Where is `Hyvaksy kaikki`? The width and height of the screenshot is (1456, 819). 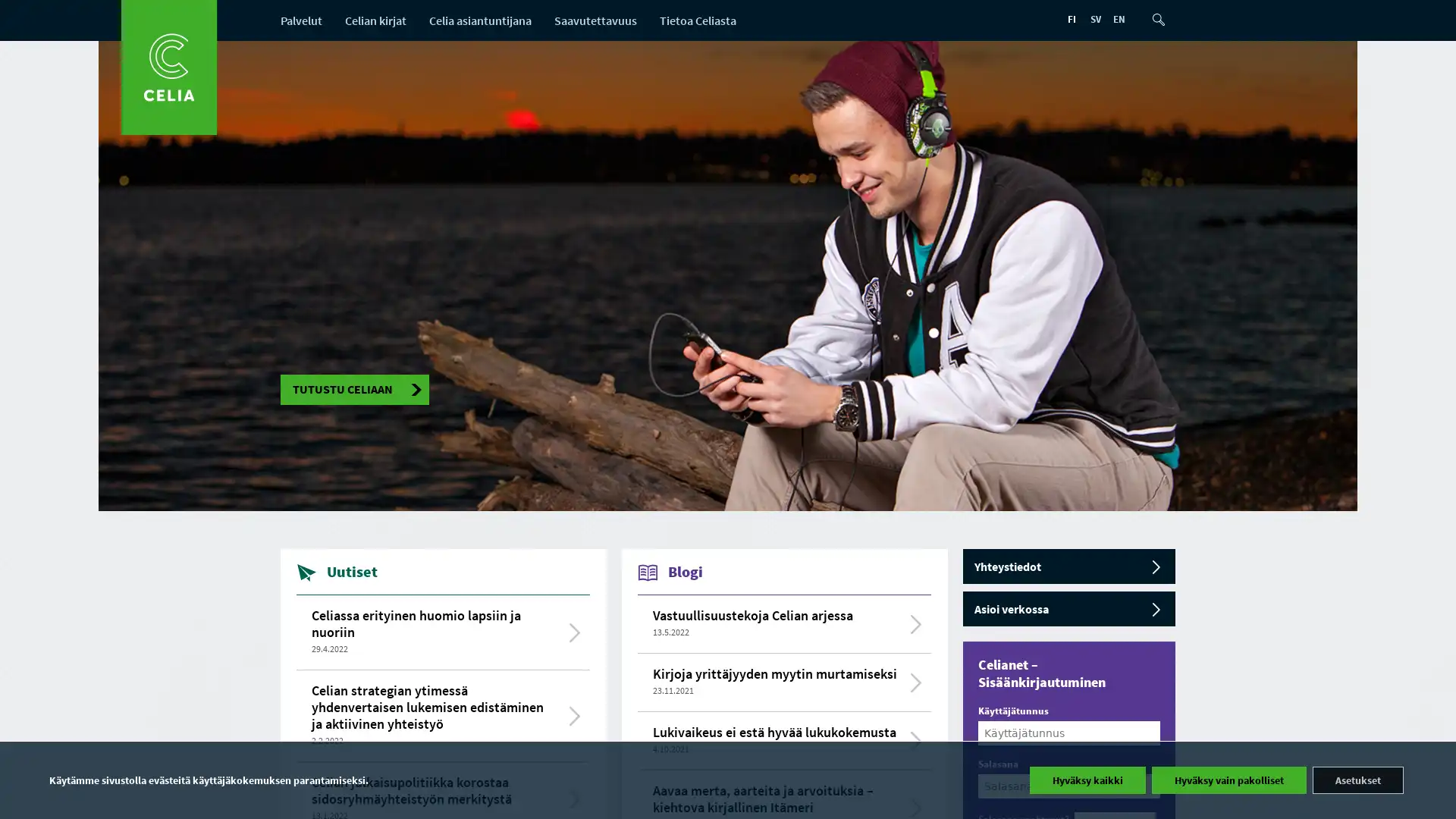 Hyvaksy kaikki is located at coordinates (1087, 780).